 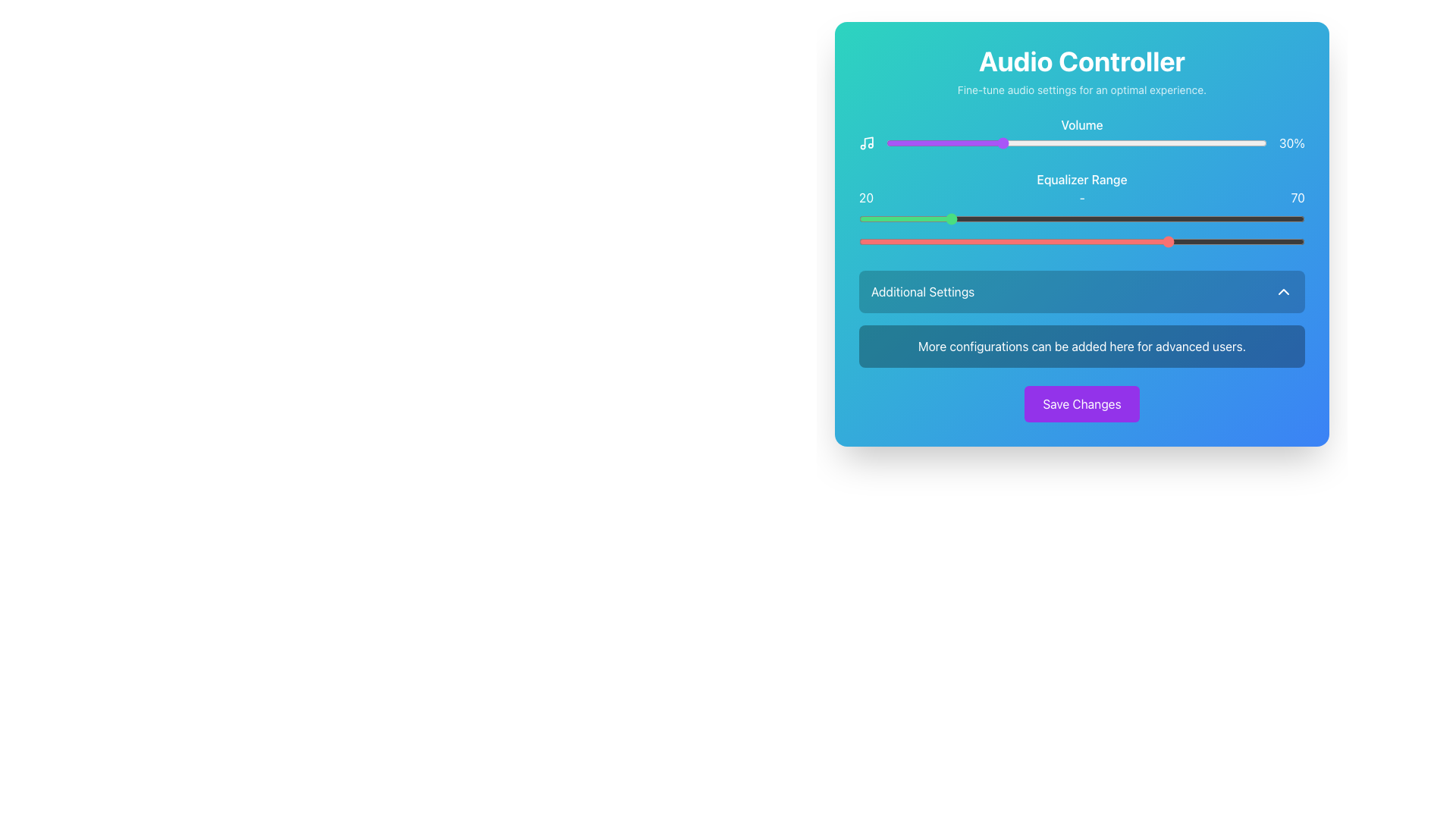 I want to click on the static text displaying 'Fine-tune audio settings for an optimal experience.' which is positioned directly below the title 'Audio Controller', so click(x=1081, y=90).